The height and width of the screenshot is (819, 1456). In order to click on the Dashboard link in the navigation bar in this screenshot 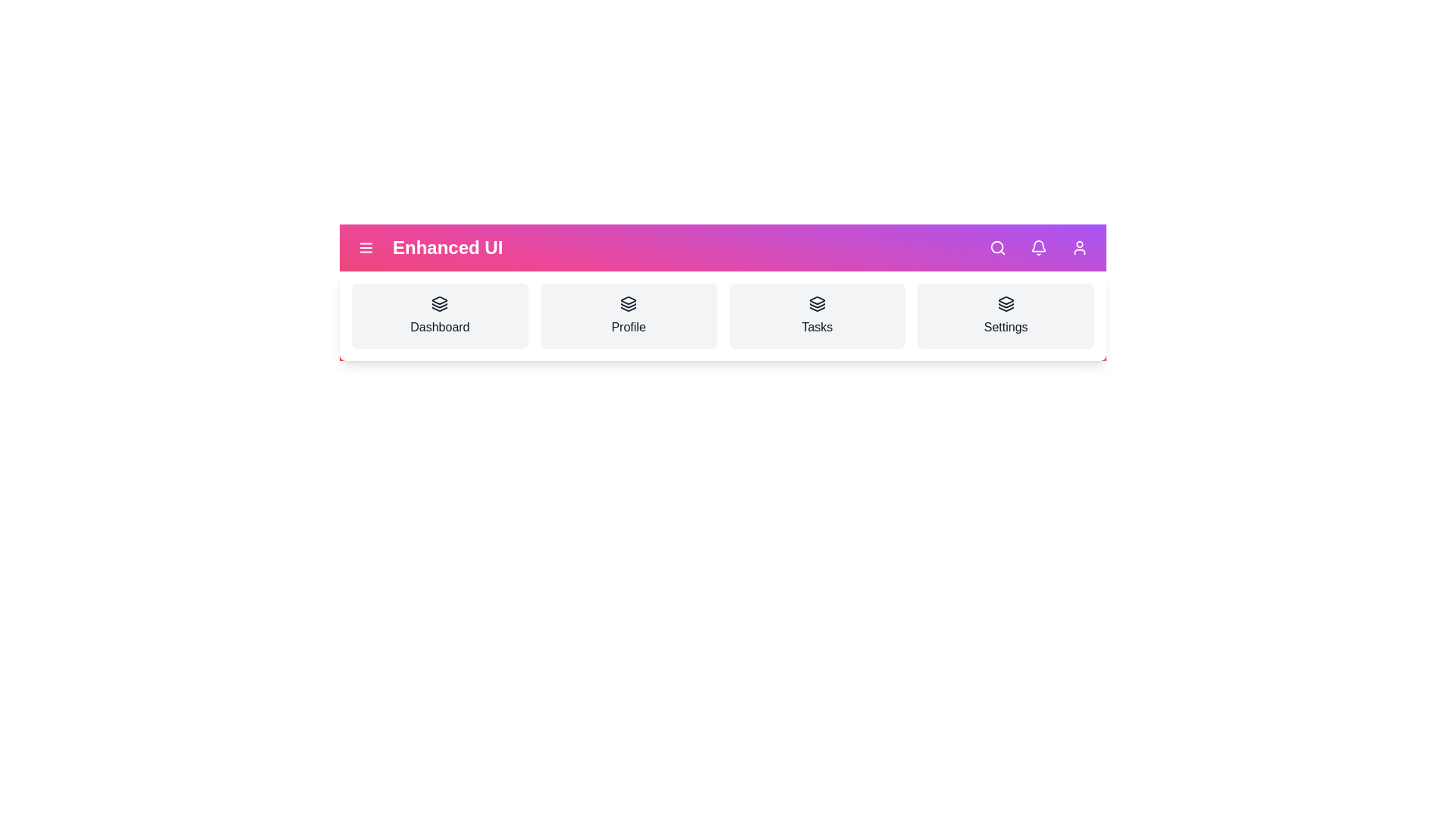, I will do `click(439, 315)`.